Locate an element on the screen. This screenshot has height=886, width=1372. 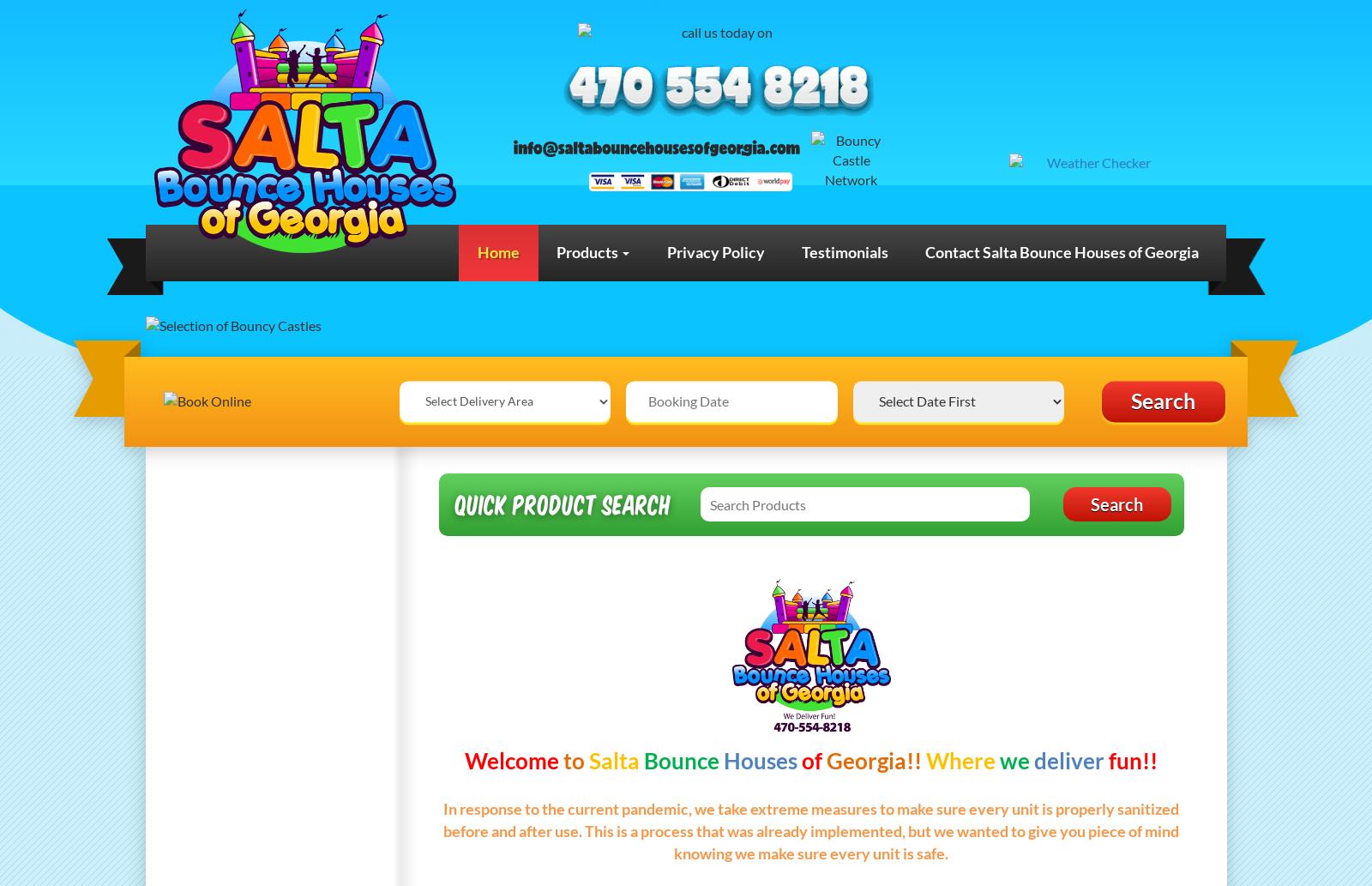
'Welcome' is located at coordinates (510, 759).